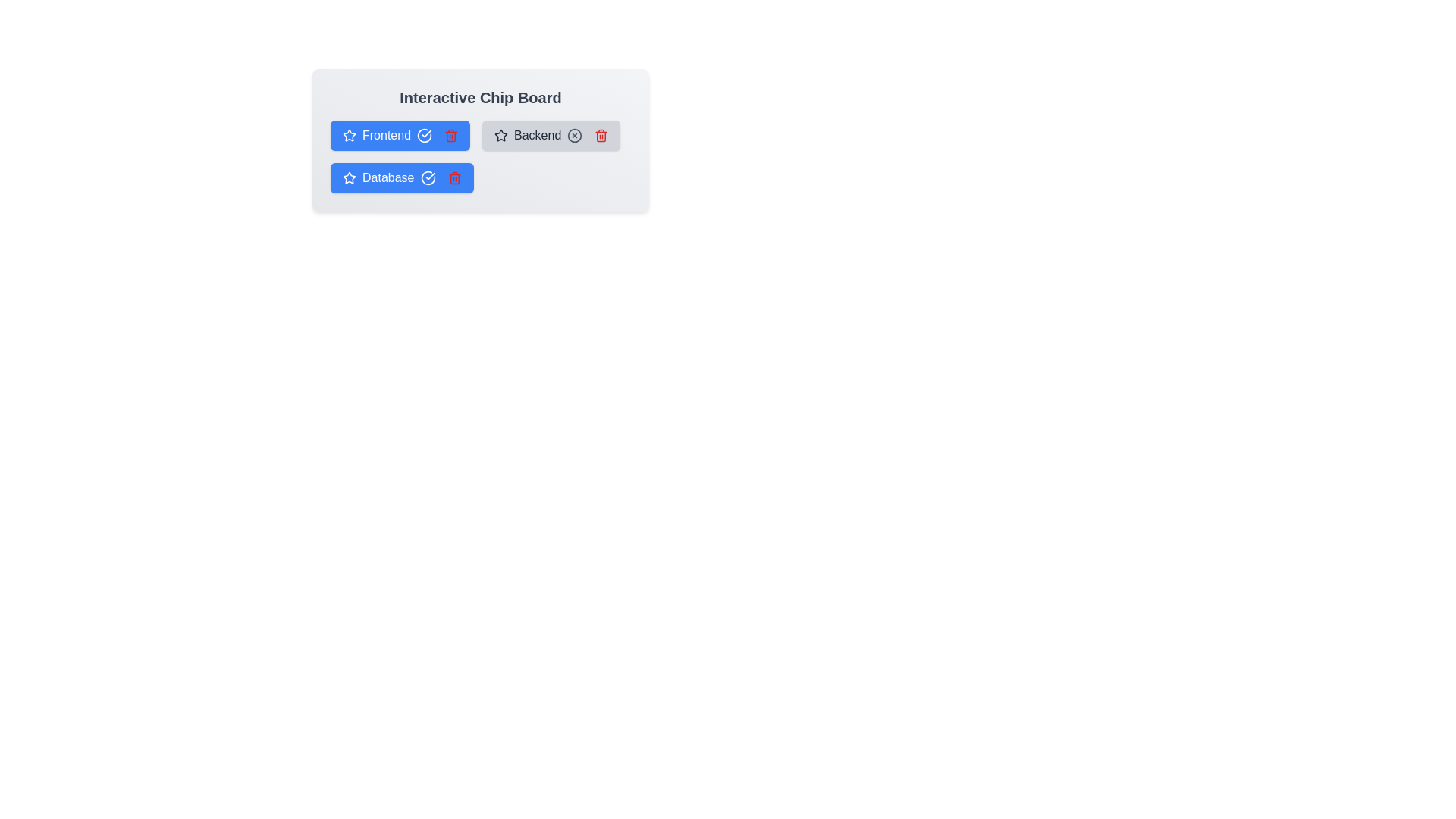 This screenshot has width=1456, height=819. I want to click on the trash icon of the chip labeled Frontend to remove it, so click(450, 134).